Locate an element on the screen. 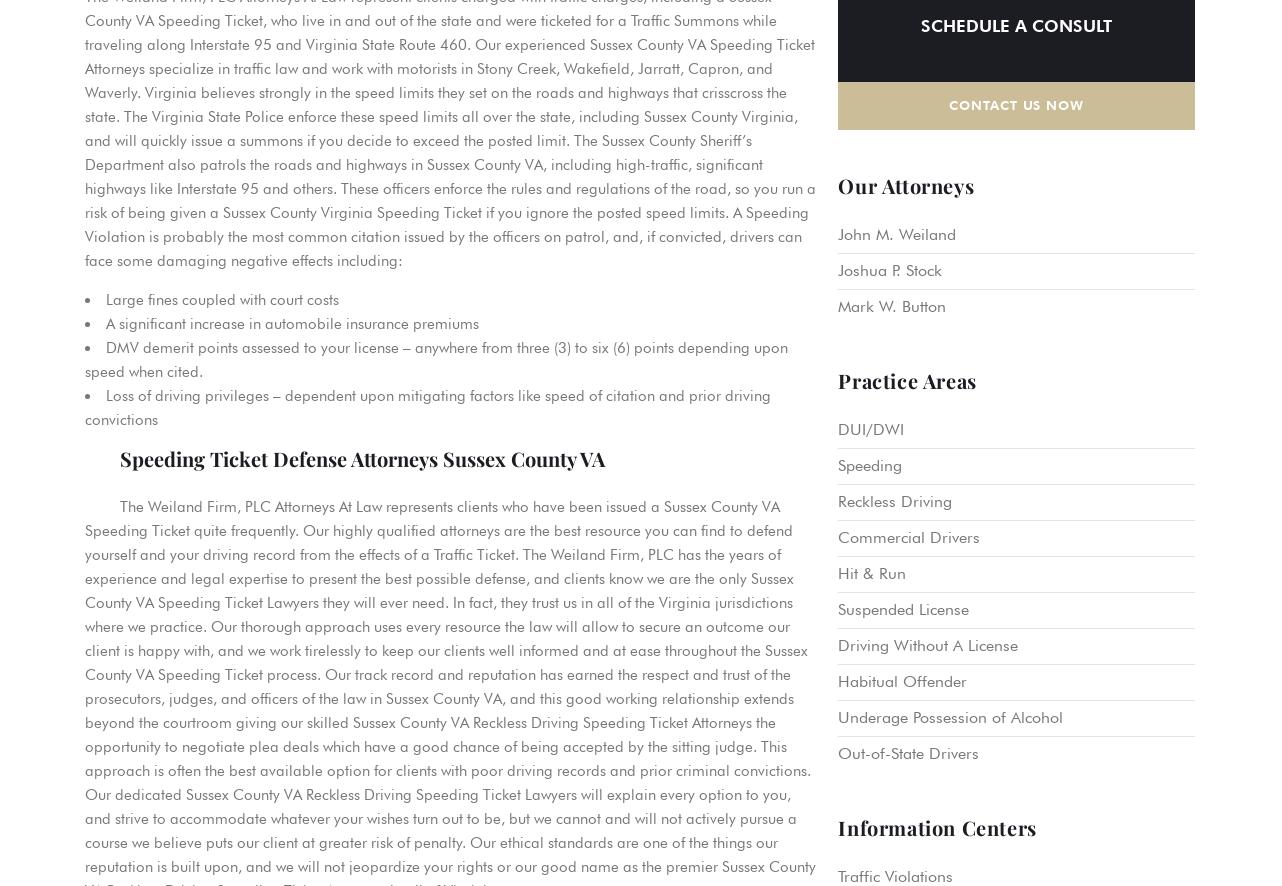  'Practice Areas' is located at coordinates (837, 379).